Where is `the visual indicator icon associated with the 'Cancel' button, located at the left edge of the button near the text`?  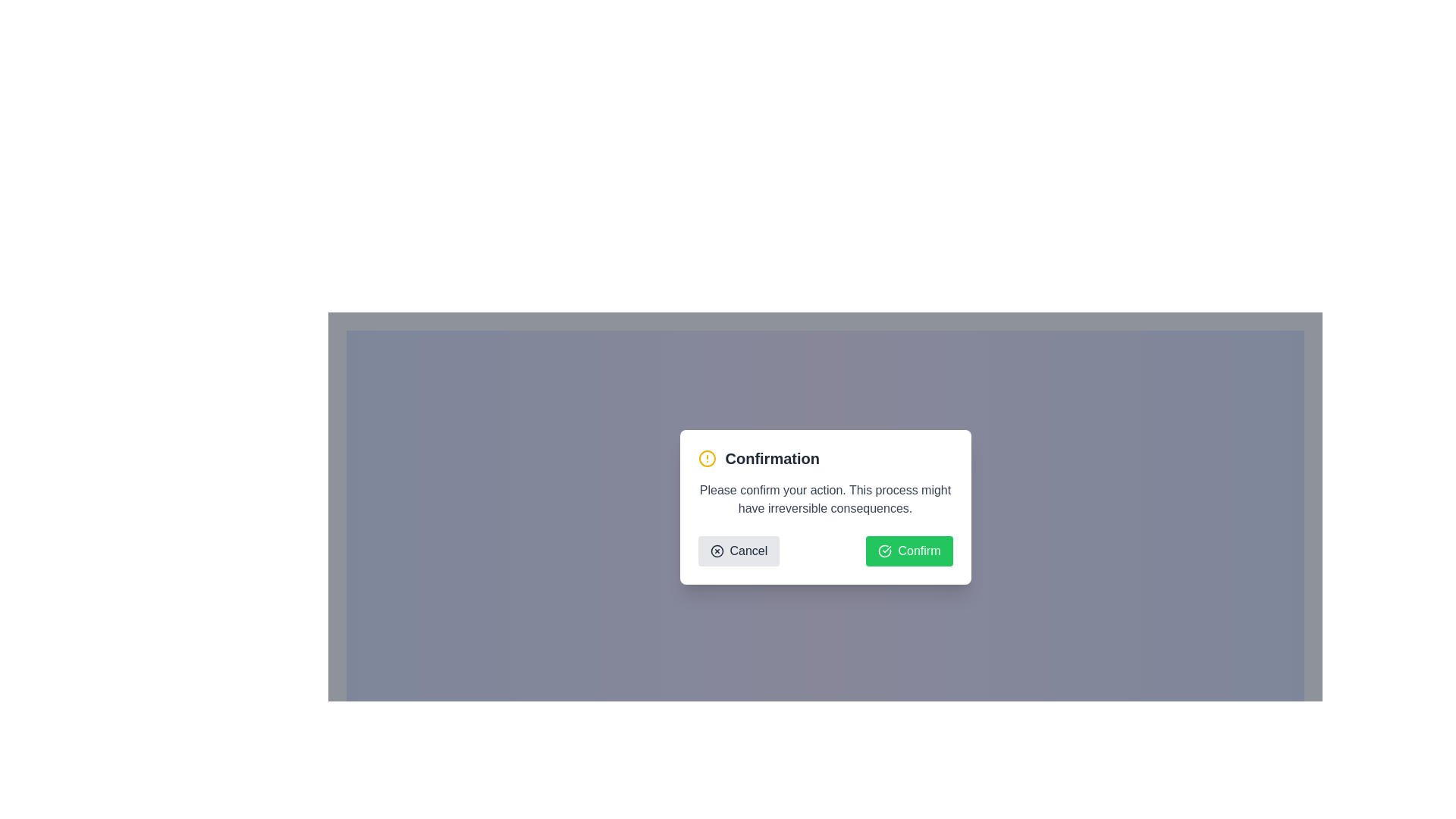 the visual indicator icon associated with the 'Cancel' button, located at the left edge of the button near the text is located at coordinates (716, 551).